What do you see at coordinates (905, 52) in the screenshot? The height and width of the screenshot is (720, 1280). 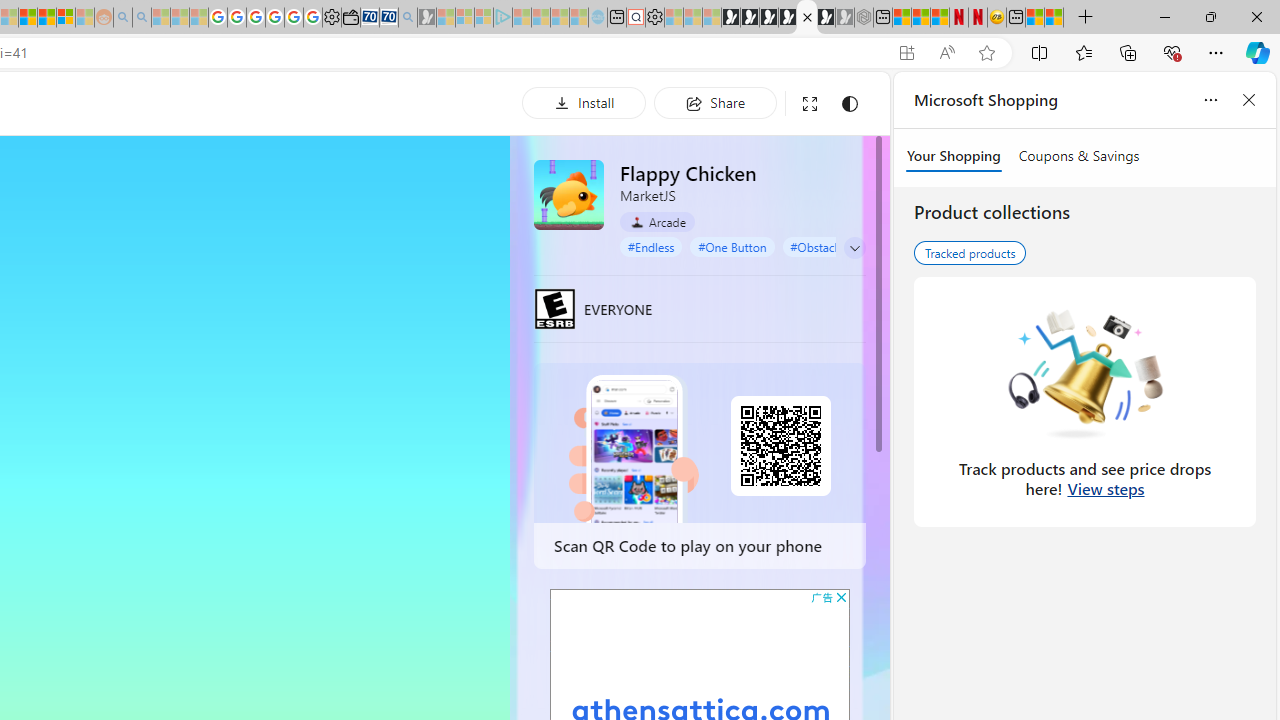 I see `'App available. Install Flappy Chicken'` at bounding box center [905, 52].